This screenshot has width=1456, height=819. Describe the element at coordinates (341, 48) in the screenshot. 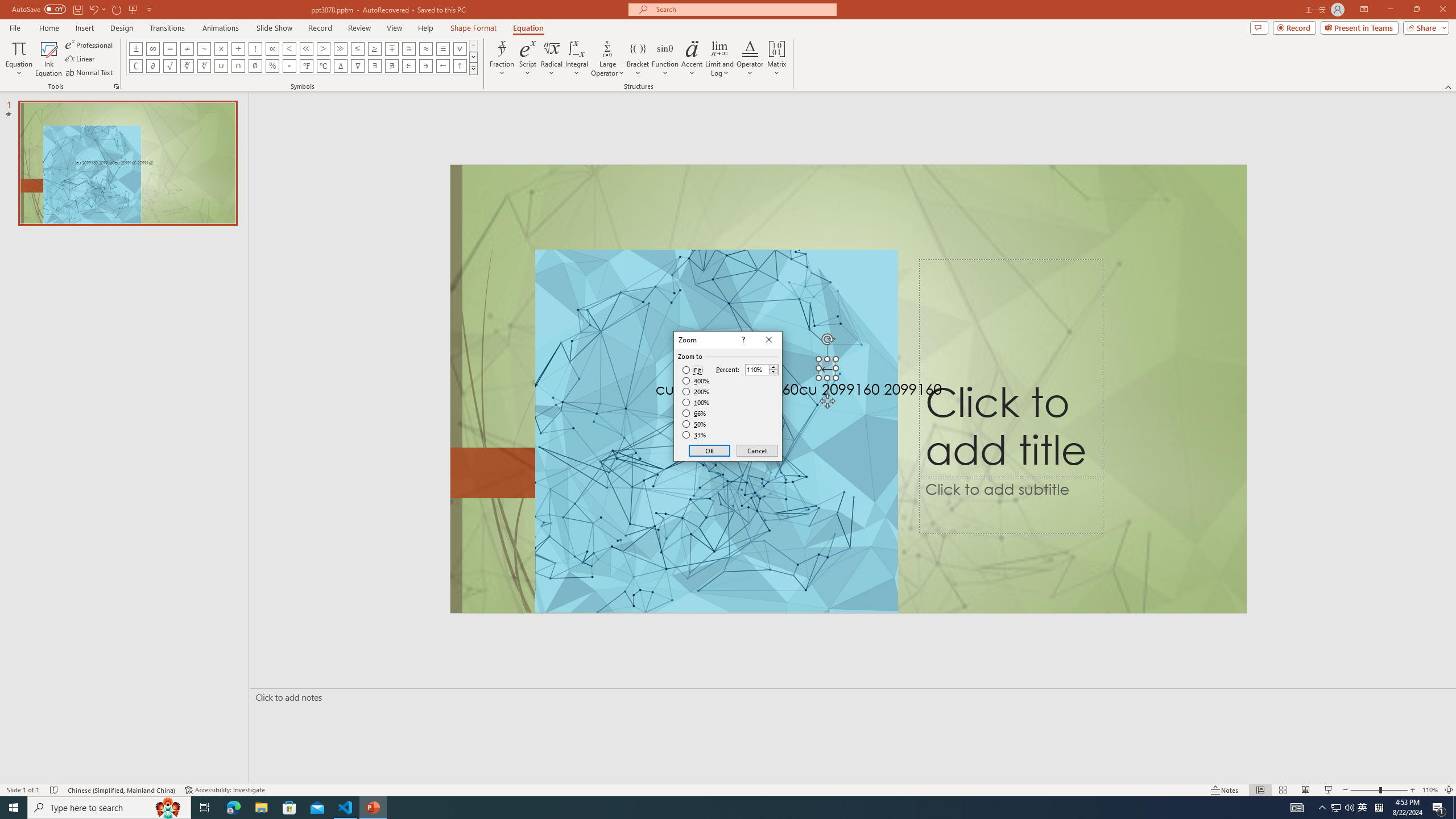

I see `'Equation Symbol Much Greater Than'` at that location.